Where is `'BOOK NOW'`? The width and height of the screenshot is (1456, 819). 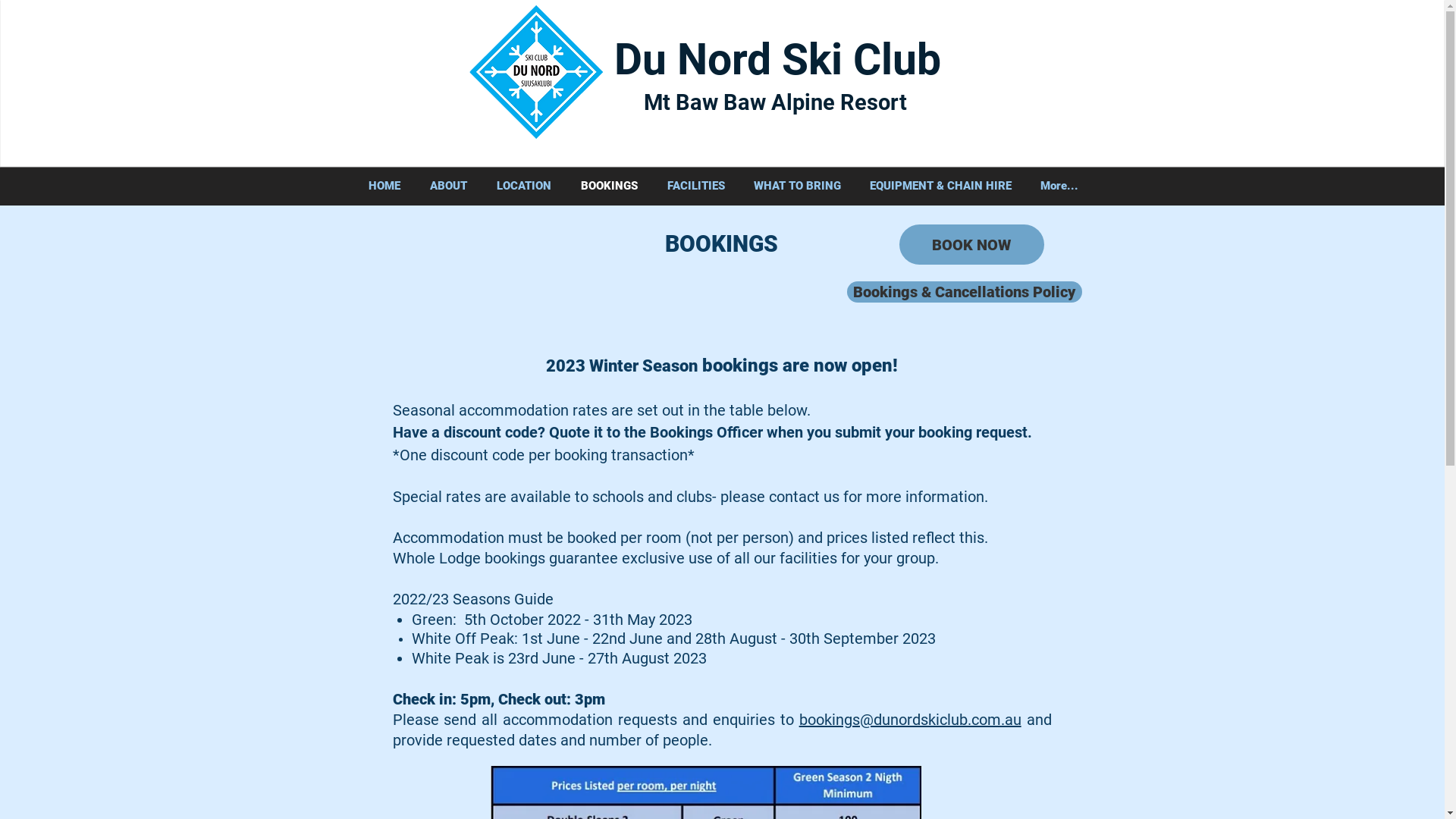 'BOOK NOW' is located at coordinates (971, 243).